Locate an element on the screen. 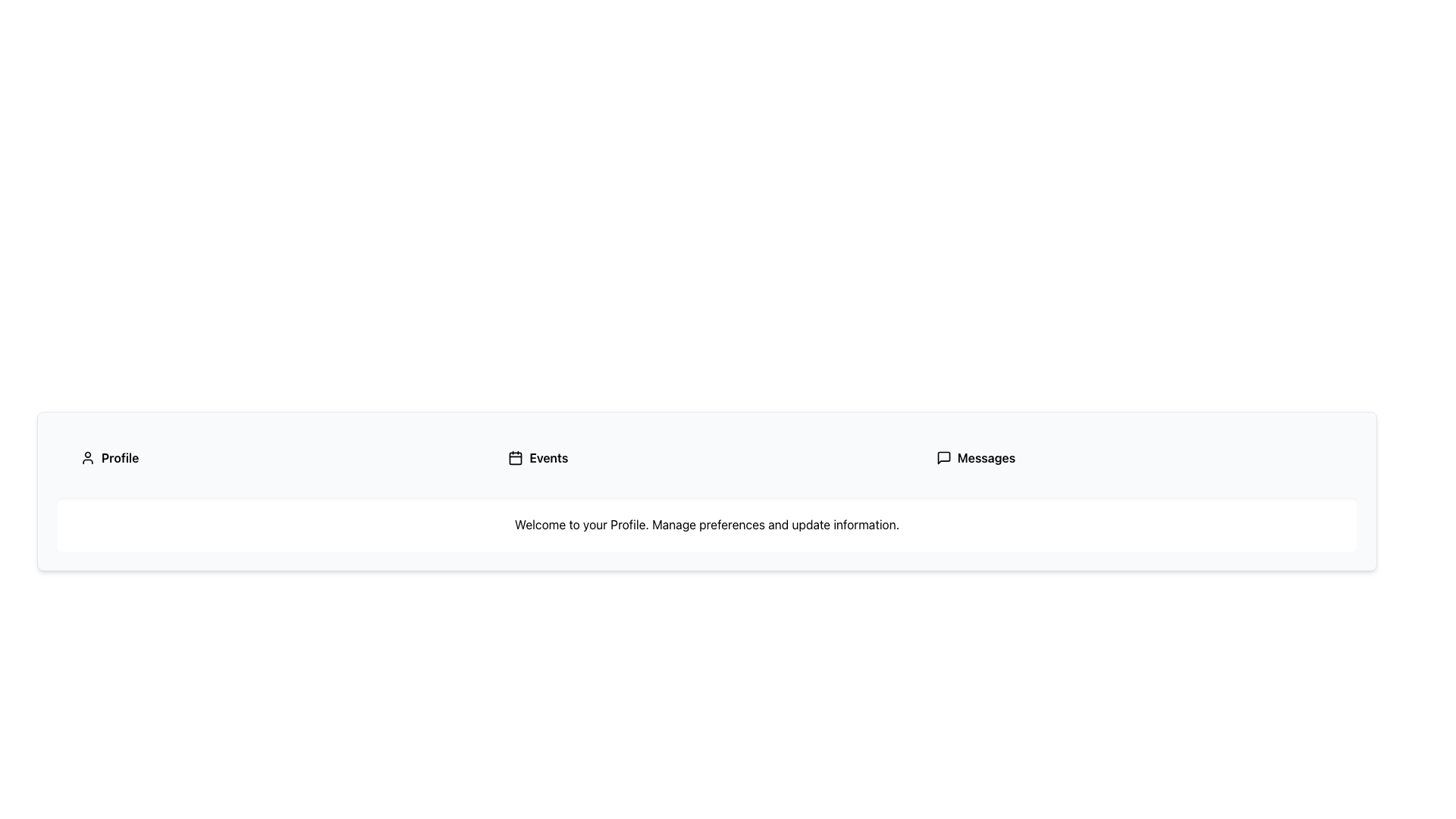  the appearance of the calendar icon, which is a rectangular shape with rounded corners located centrally aligned with the 'Events' label in the top horizontal menu is located at coordinates (516, 457).